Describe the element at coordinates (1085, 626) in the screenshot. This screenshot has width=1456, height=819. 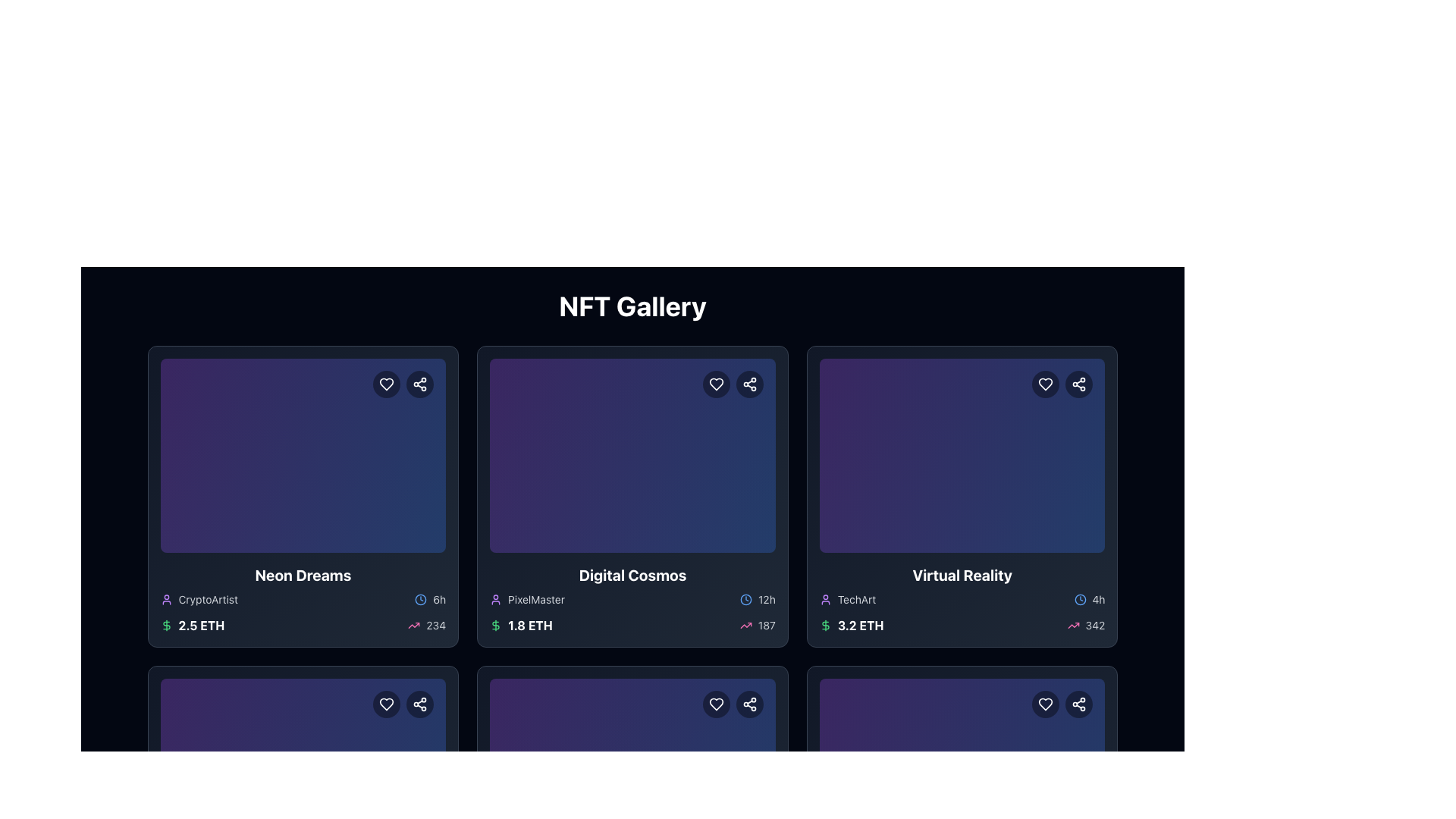
I see `the text label displaying the number '342' with an adjacent pink upward trending icon, located in the bottom-right section of the 'Virtual Reality' card` at that location.